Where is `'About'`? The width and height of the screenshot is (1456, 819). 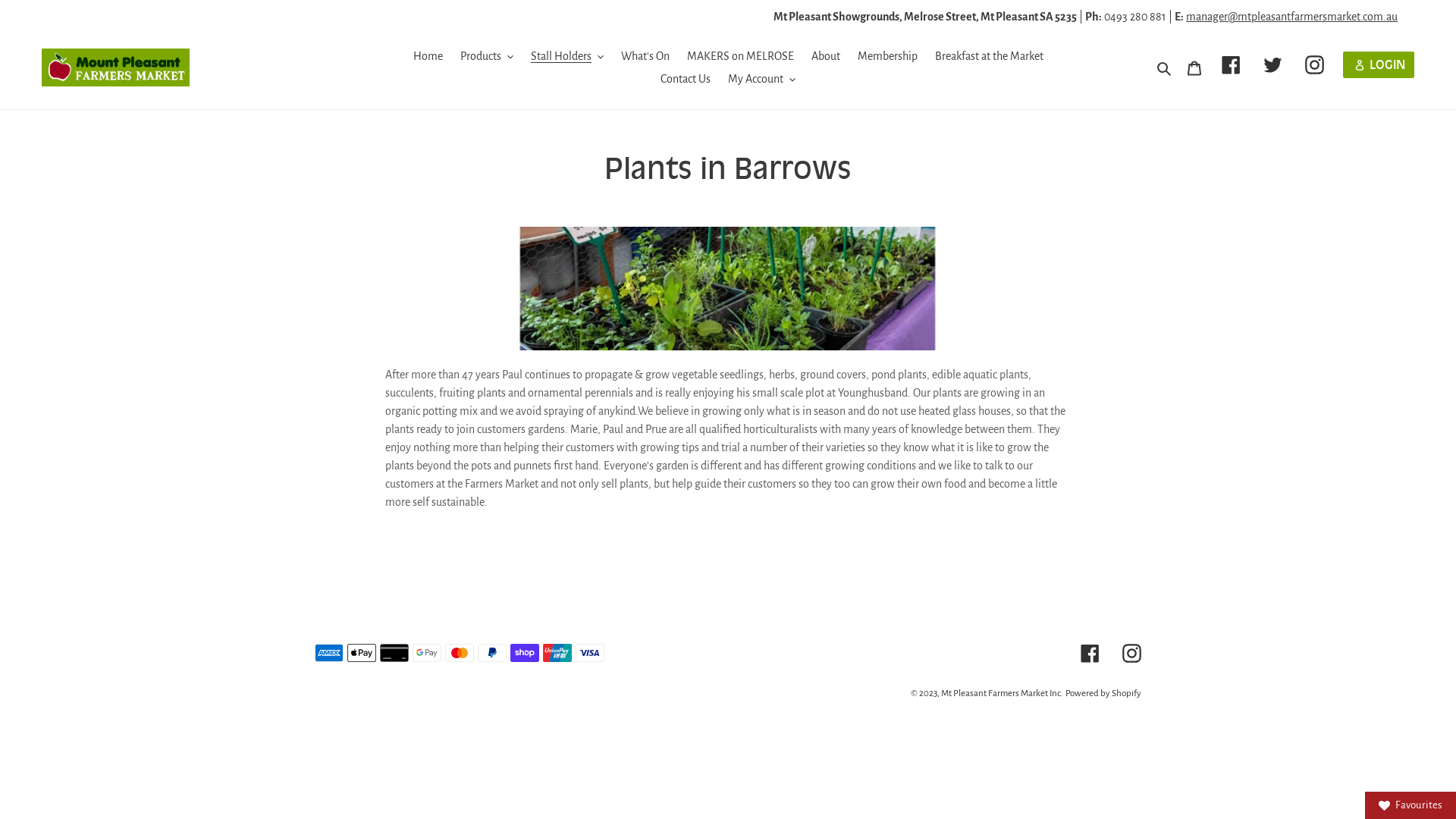
'About' is located at coordinates (825, 55).